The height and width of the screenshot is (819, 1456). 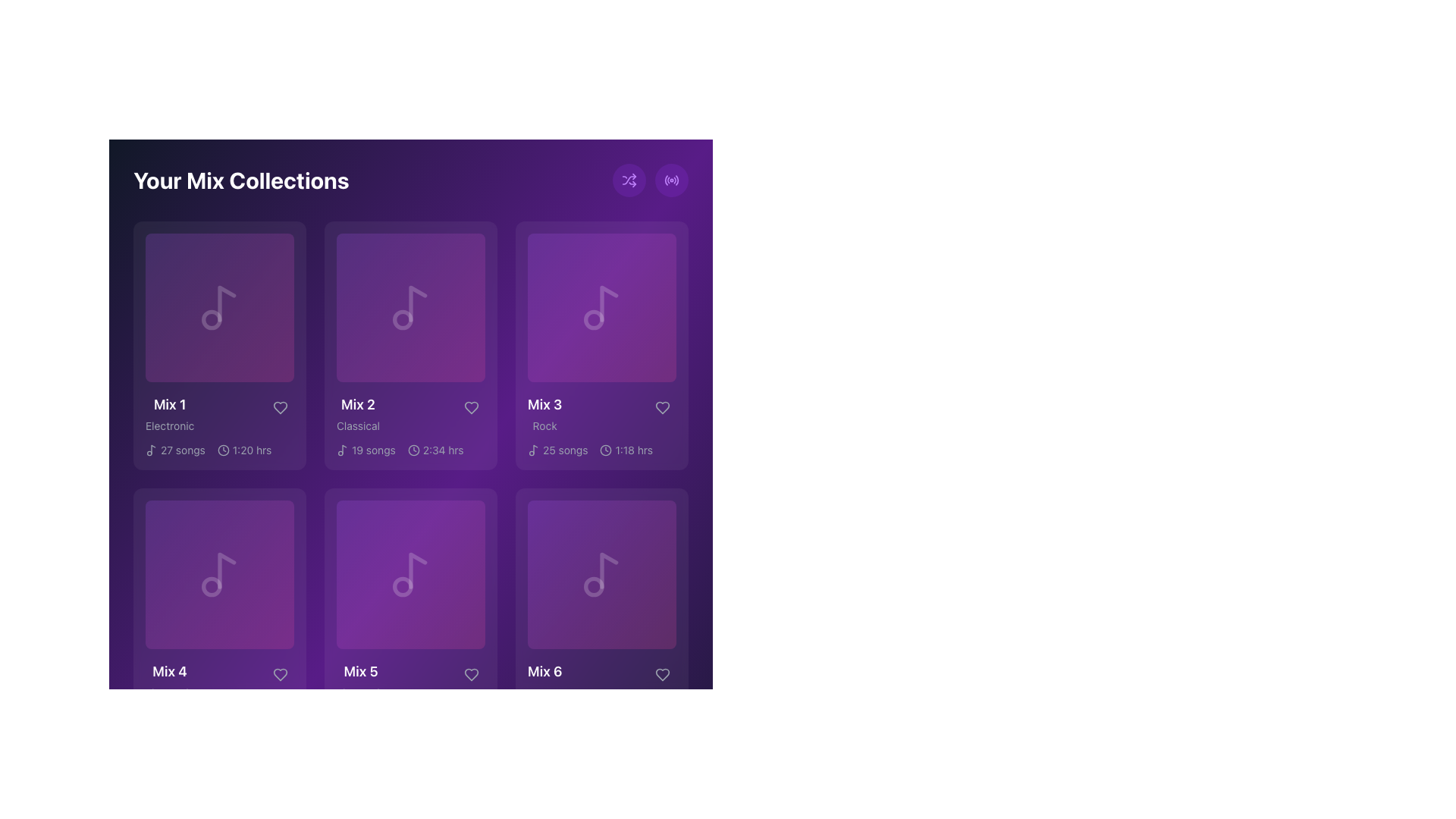 I want to click on the heart icon located in the bottom right corner of the 'Mix 6' card to mark or unmark it as a favorite, so click(x=662, y=674).